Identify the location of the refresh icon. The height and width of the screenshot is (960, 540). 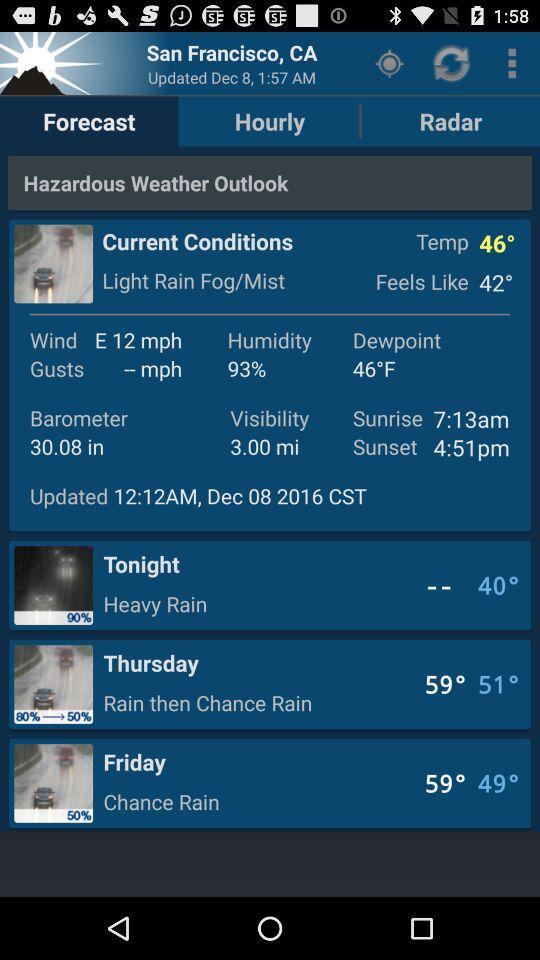
(452, 67).